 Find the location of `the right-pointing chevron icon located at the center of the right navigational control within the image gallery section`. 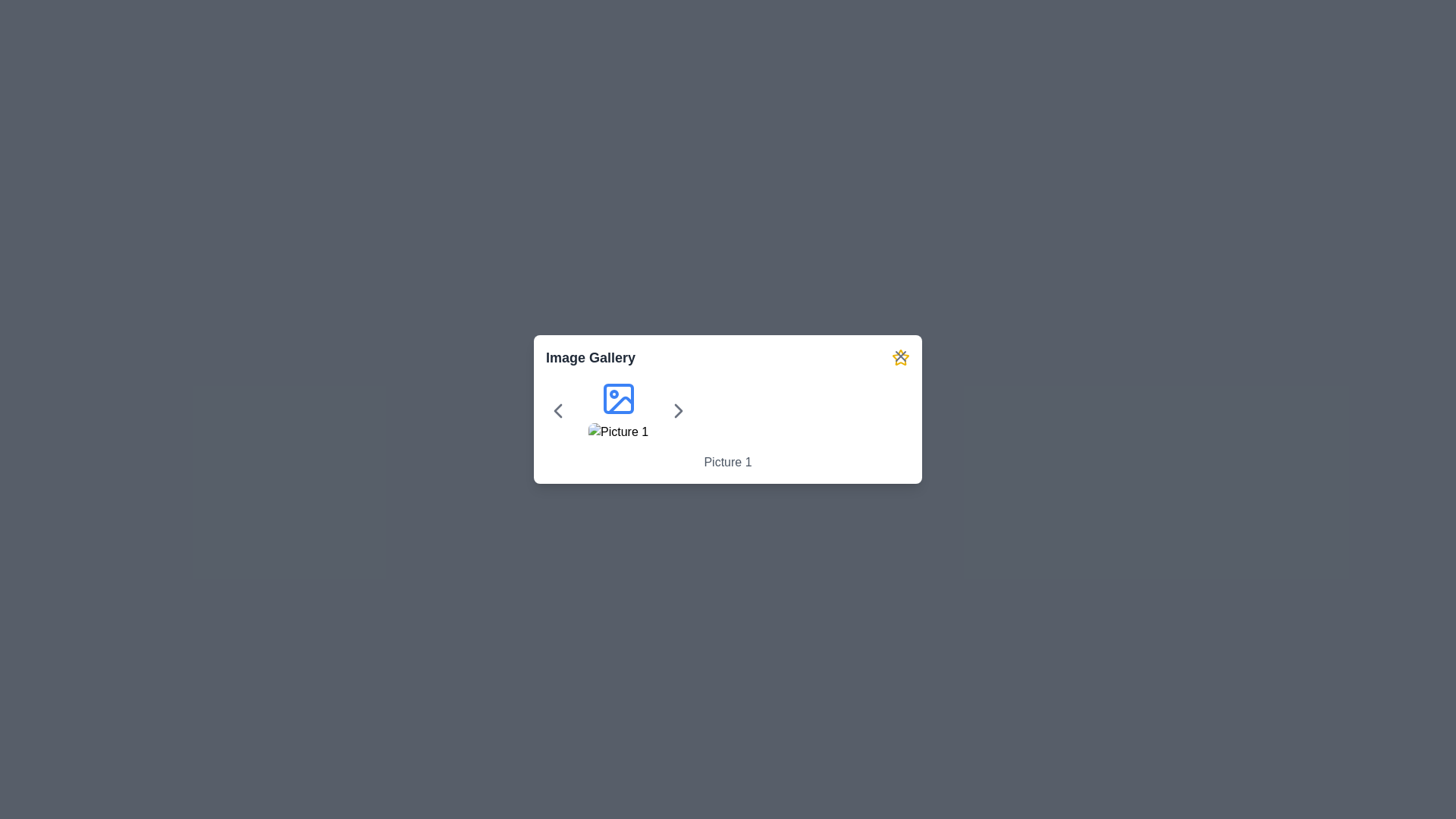

the right-pointing chevron icon located at the center of the right navigational control within the image gallery section is located at coordinates (678, 411).